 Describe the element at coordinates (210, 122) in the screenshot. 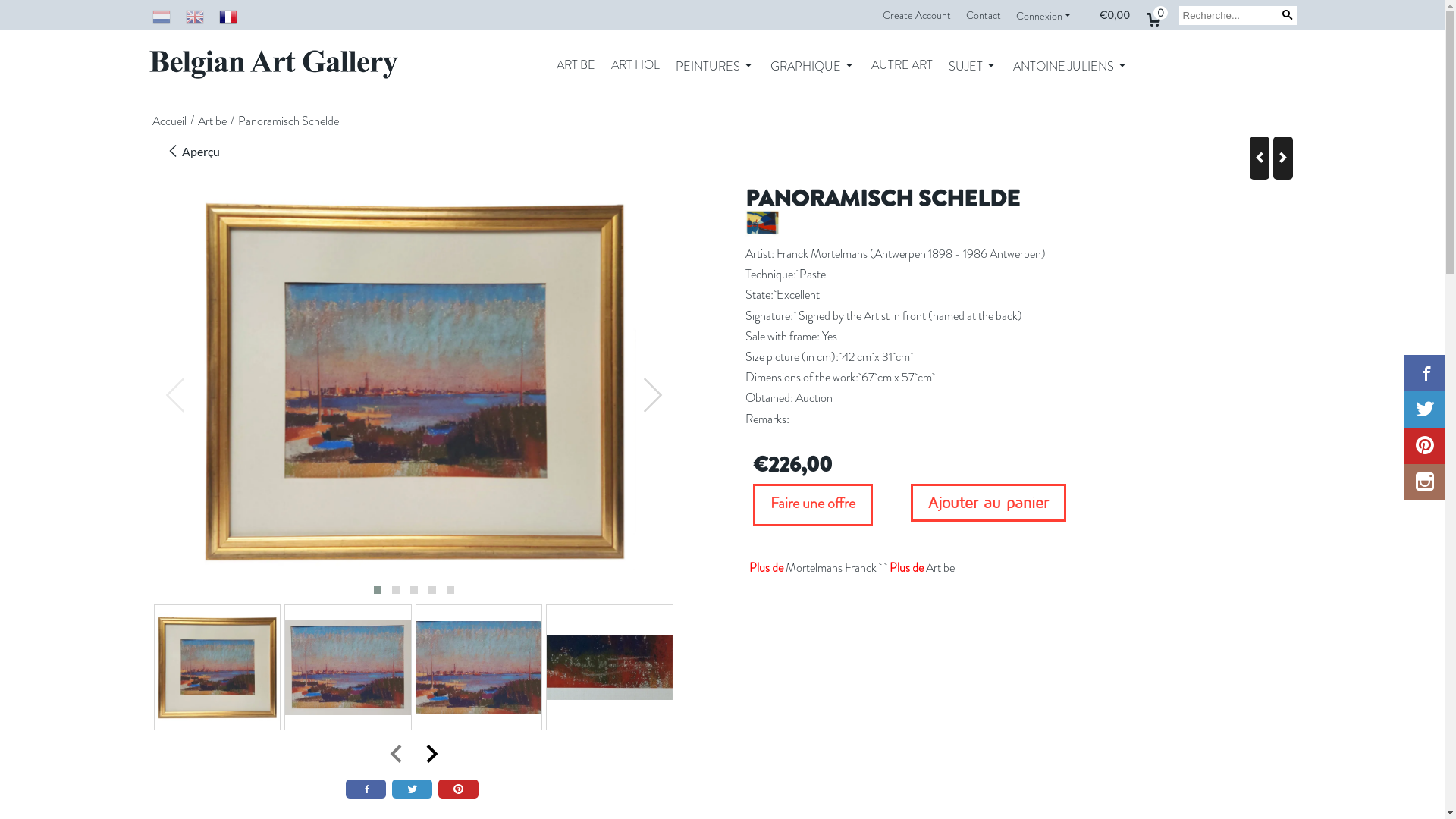

I see `'Art be'` at that location.